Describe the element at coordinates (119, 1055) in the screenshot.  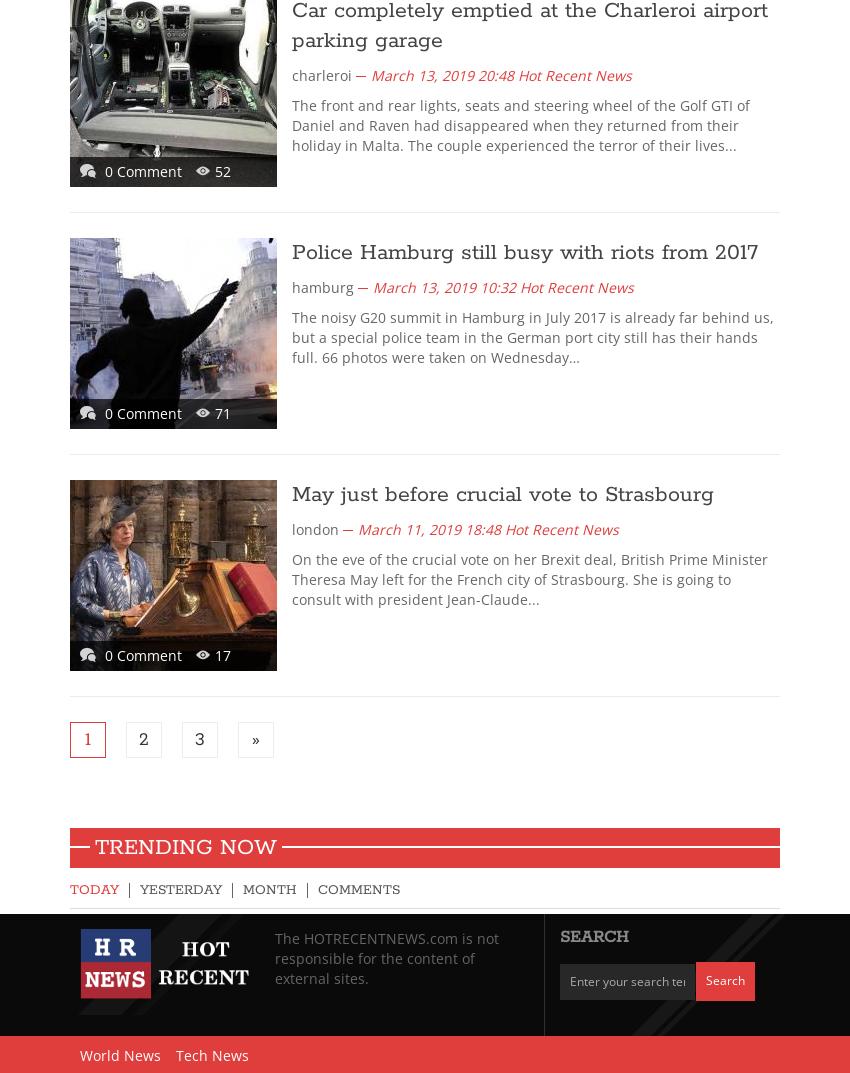
I see `'World News'` at that location.